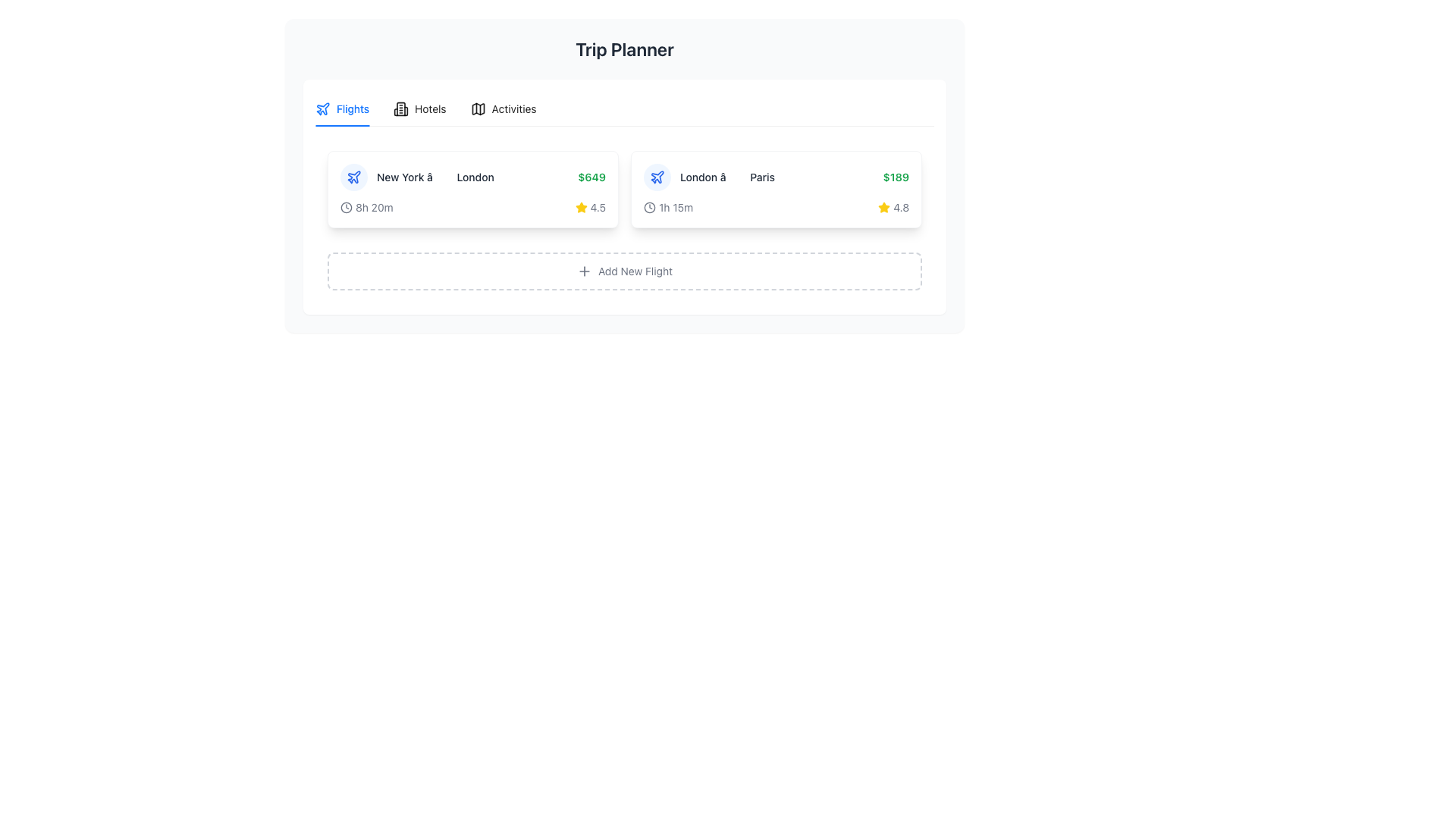 The height and width of the screenshot is (819, 1456). Describe the element at coordinates (353, 176) in the screenshot. I see `the stylized airplane icon located in the 'Flights' tab of the navigation bar` at that location.